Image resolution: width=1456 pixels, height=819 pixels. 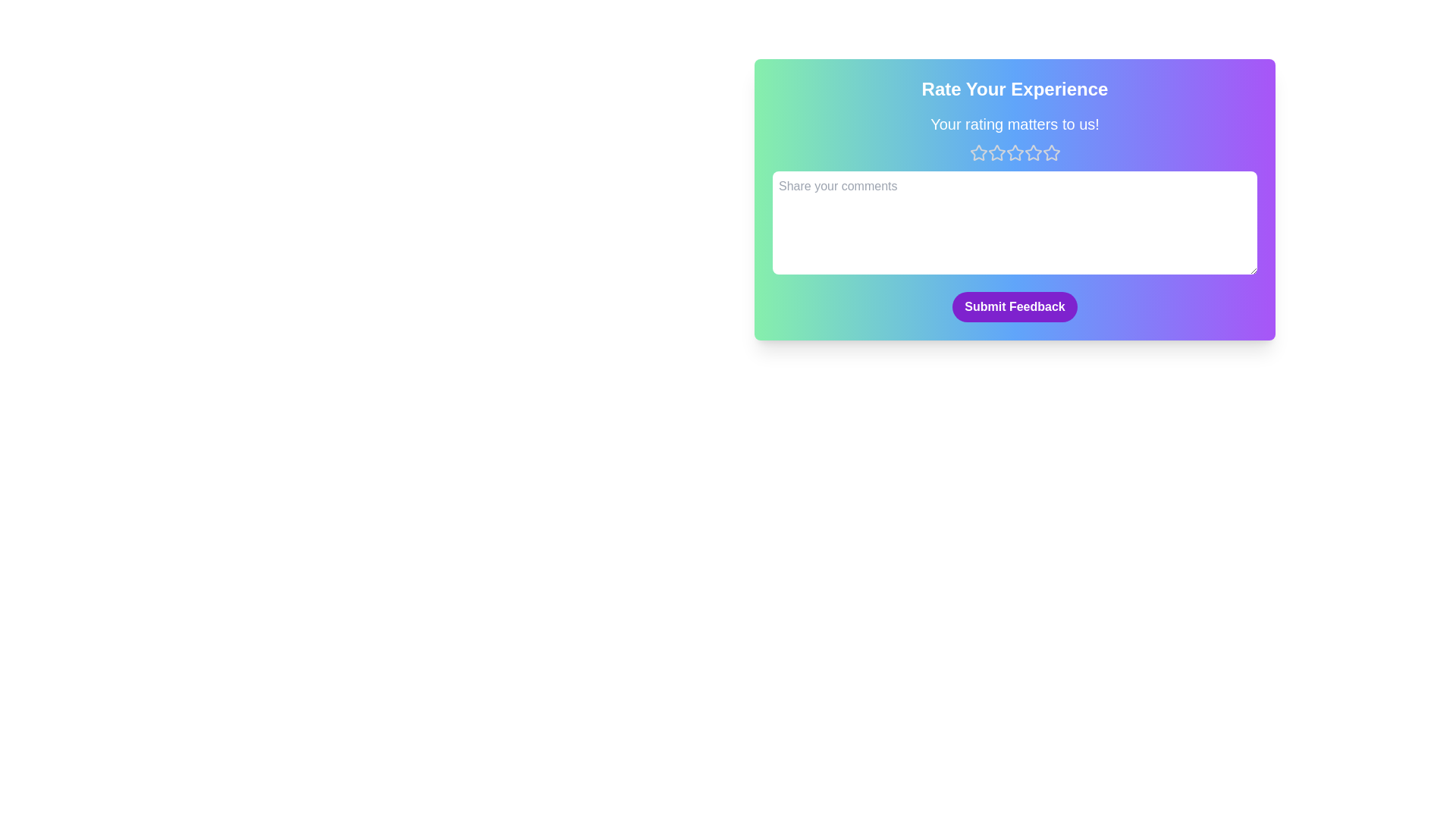 What do you see at coordinates (1015, 152) in the screenshot?
I see `the star corresponding to the desired rating value 3` at bounding box center [1015, 152].